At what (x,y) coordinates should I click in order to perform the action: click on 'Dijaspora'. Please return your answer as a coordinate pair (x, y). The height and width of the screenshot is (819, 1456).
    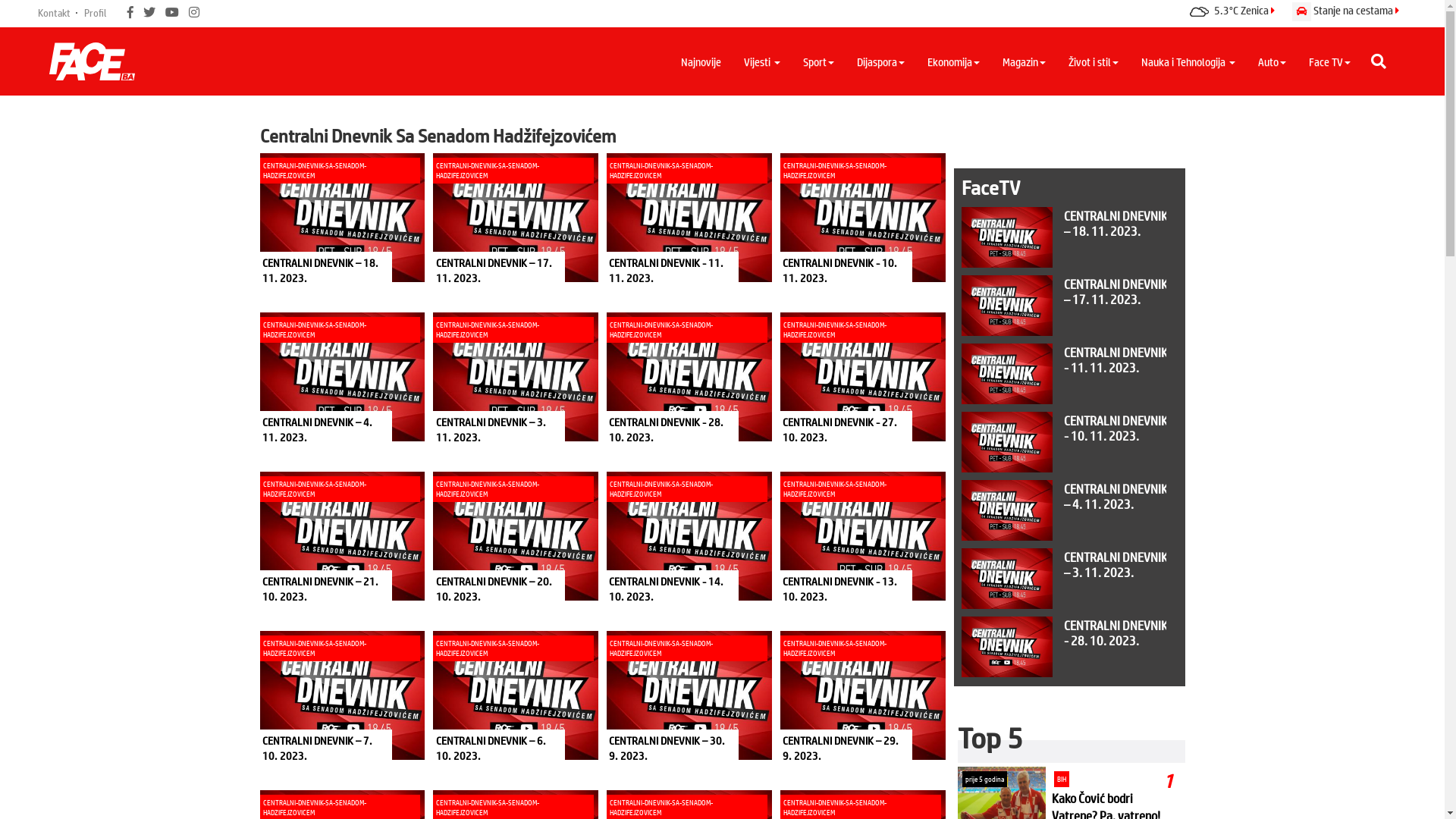
    Looking at the image, I should click on (880, 61).